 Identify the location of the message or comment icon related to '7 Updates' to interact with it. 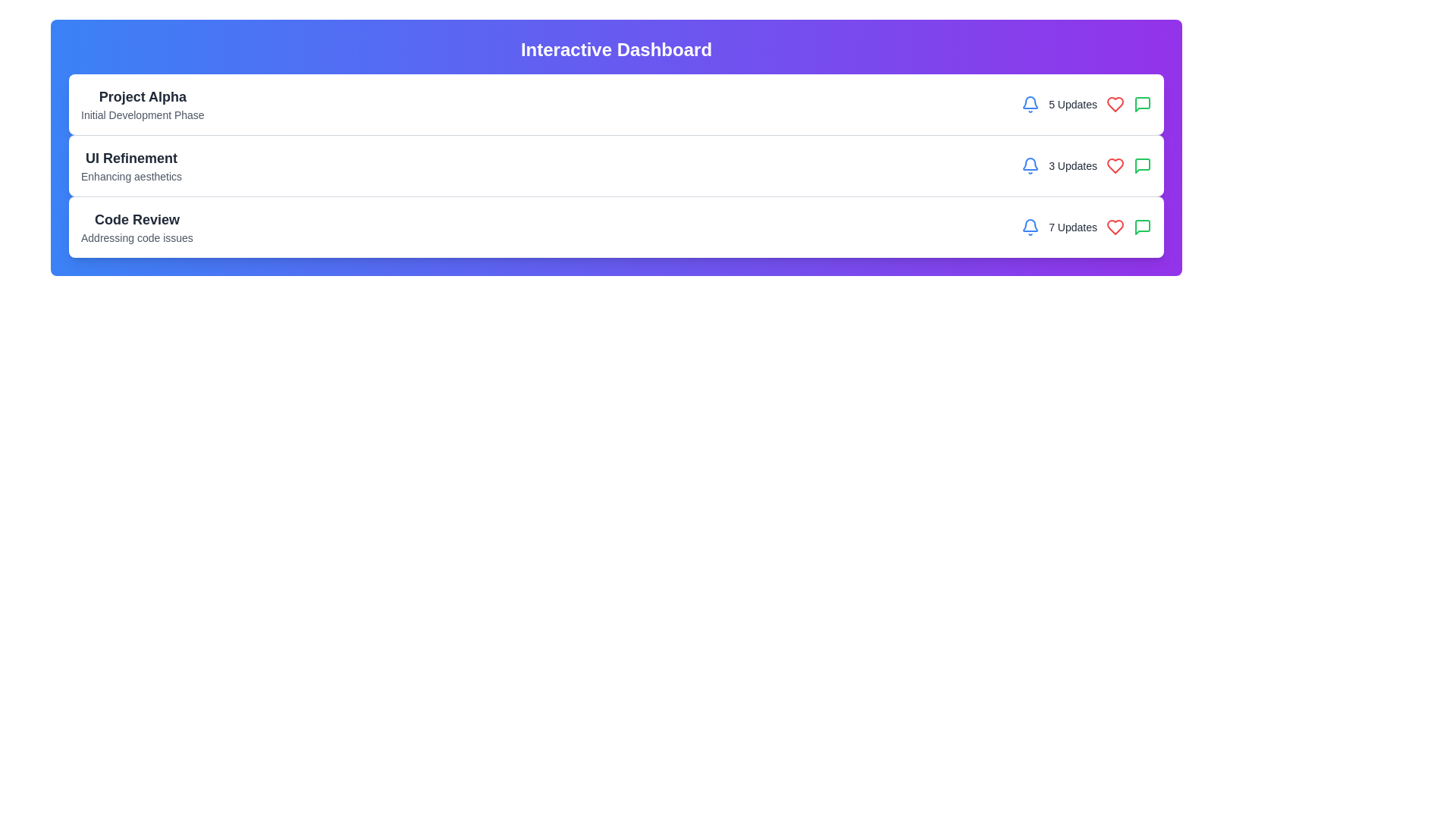
(1143, 227).